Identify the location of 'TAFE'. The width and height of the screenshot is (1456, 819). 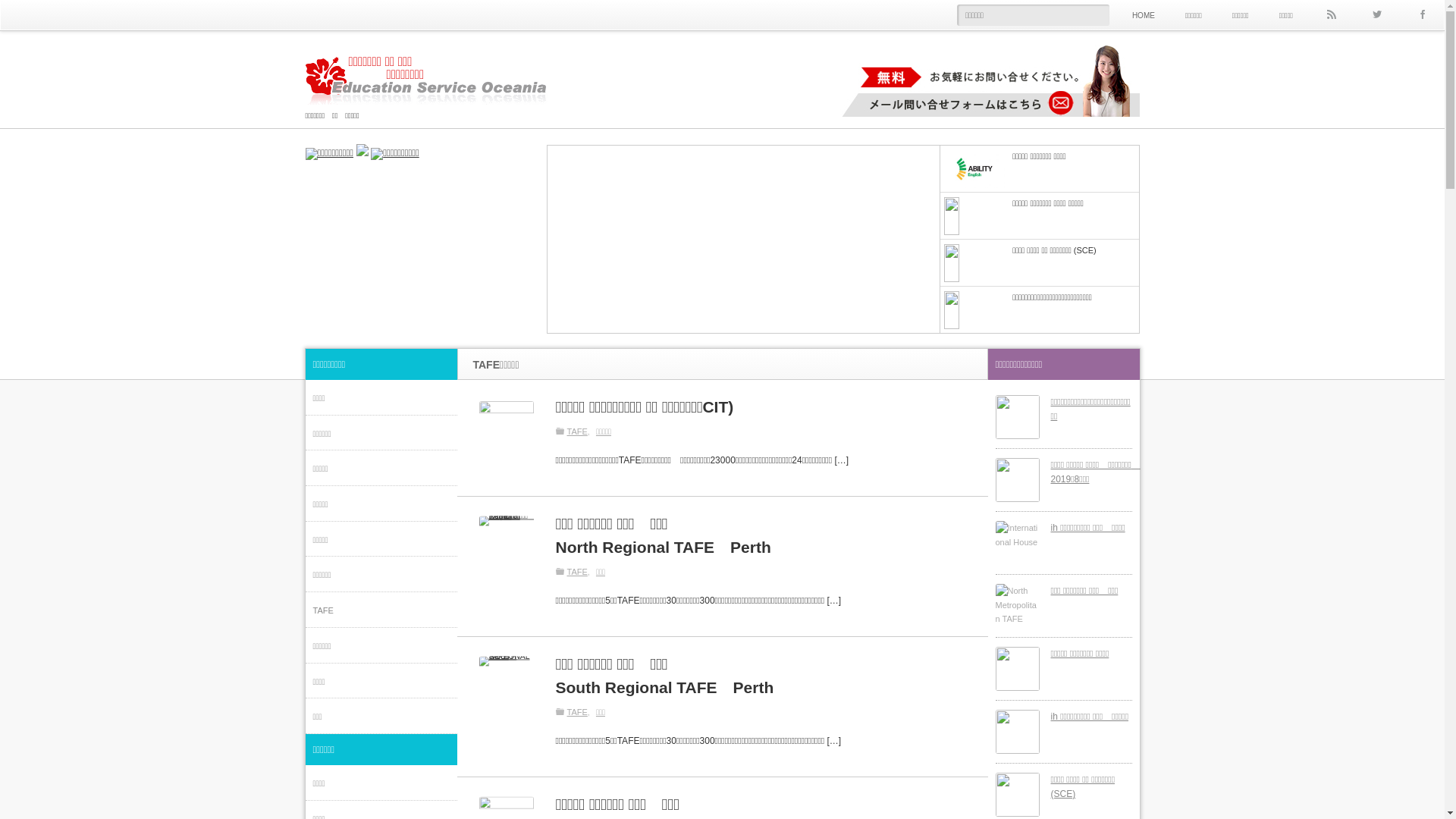
(579, 571).